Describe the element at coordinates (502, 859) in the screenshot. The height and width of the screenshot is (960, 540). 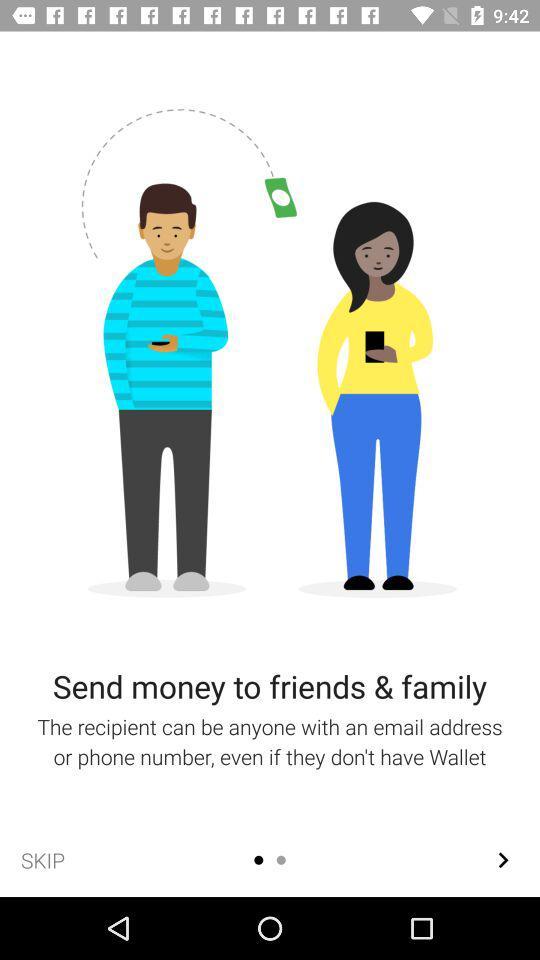
I see `the arrow_forward icon` at that location.